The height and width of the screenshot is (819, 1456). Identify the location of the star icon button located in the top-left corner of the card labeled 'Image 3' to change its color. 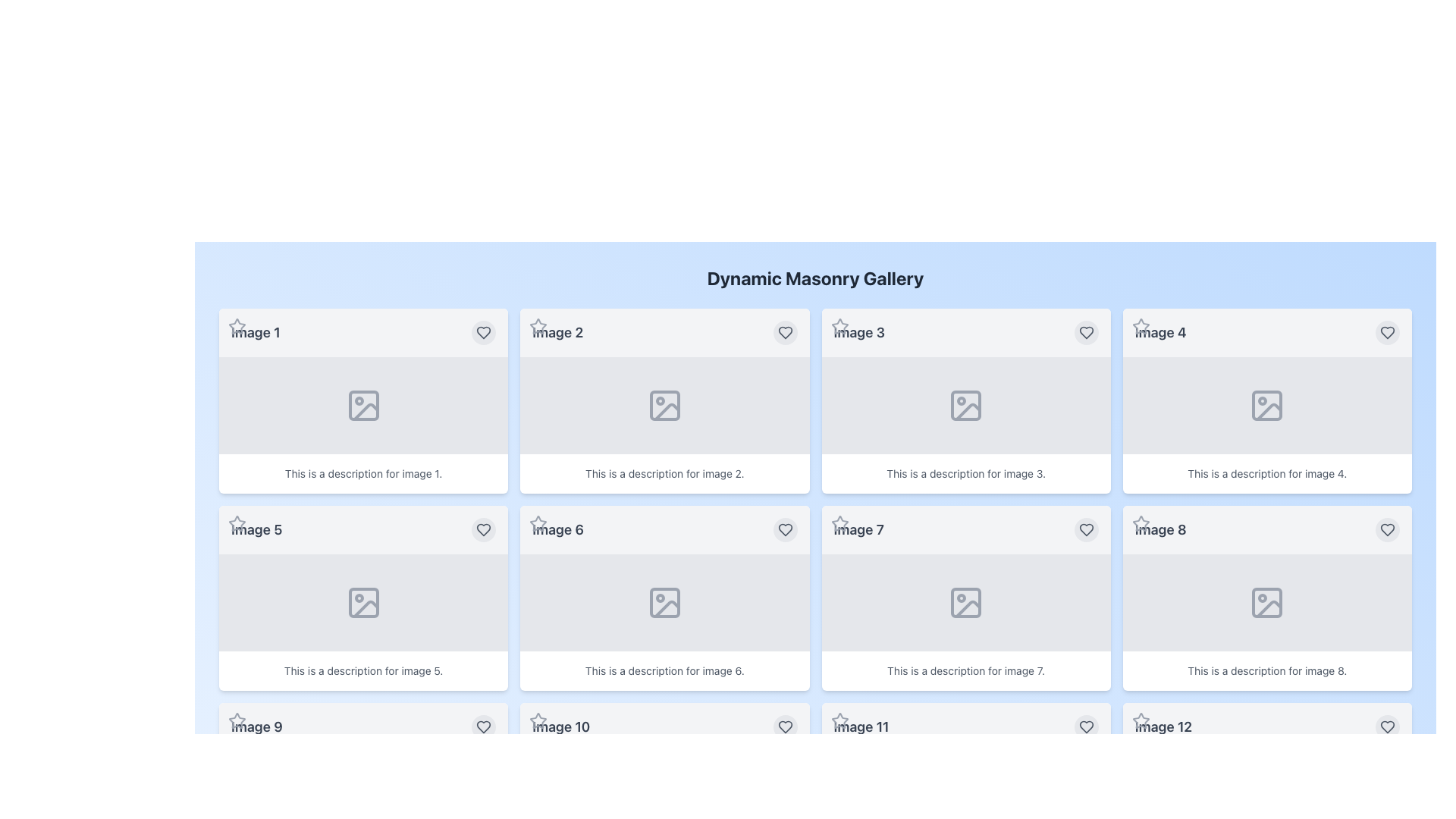
(839, 326).